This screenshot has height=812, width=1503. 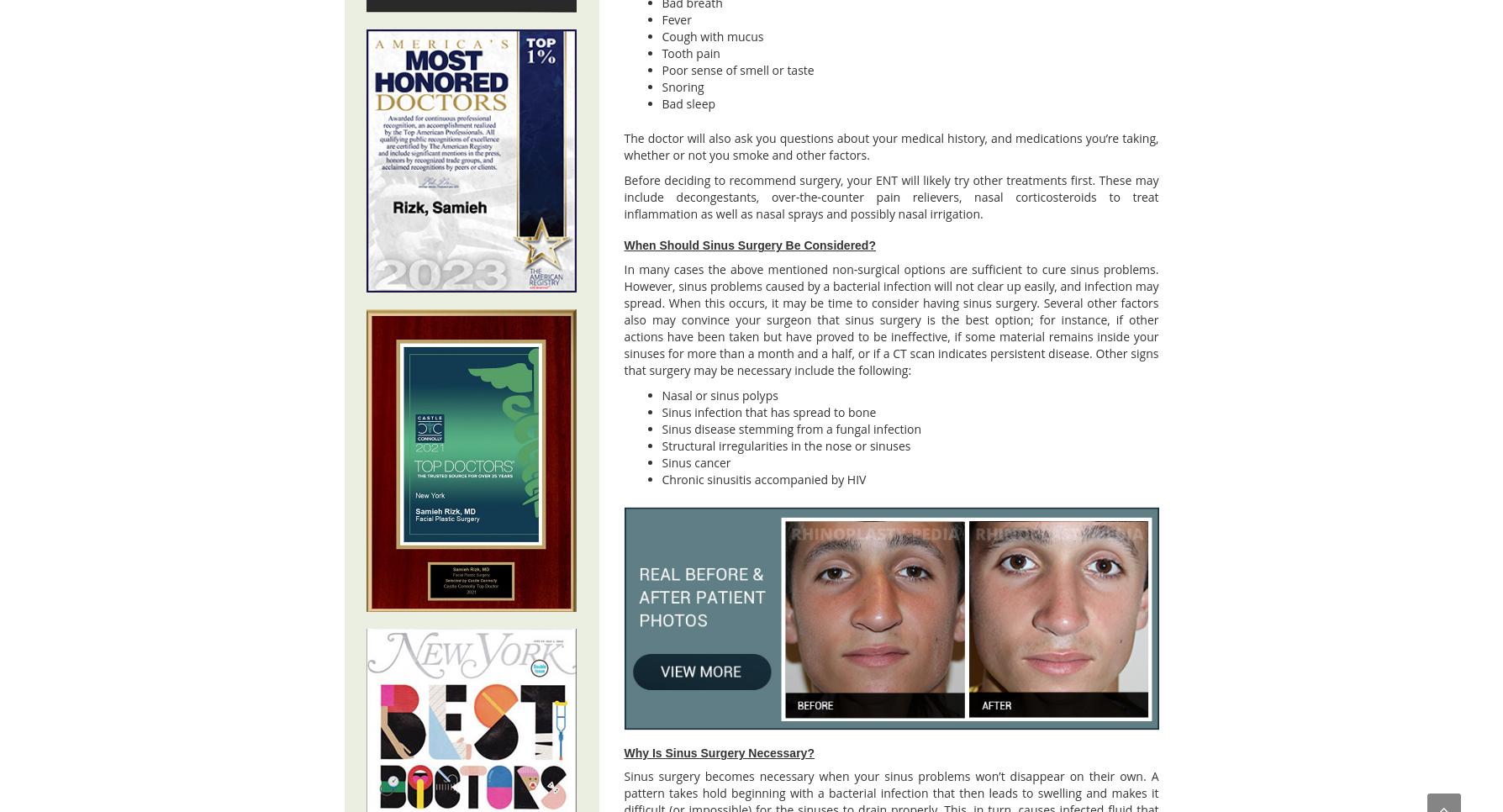 I want to click on 'The doctor will also ask you questions about your medical history, and medications you’re taking, whether or not you smoke and other factors.', so click(x=890, y=146).